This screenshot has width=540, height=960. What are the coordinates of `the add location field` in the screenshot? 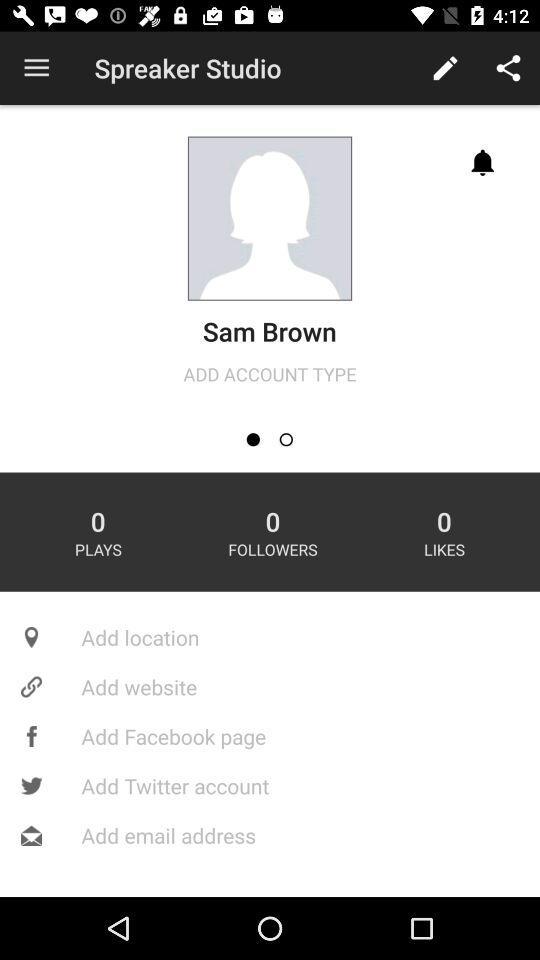 It's located at (270, 636).